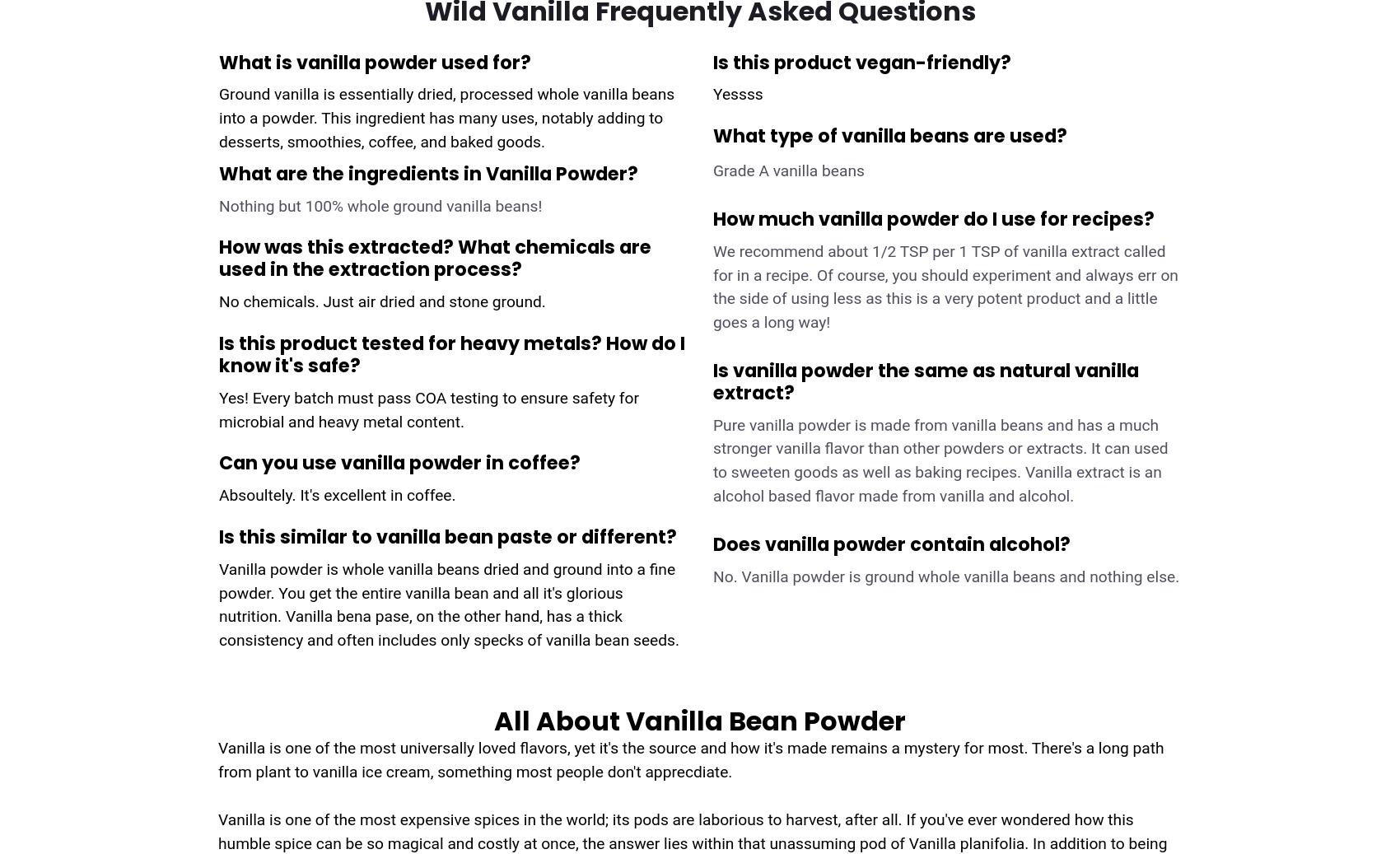  What do you see at coordinates (712, 544) in the screenshot?
I see `'Does vanilla powder contain alcohol?'` at bounding box center [712, 544].